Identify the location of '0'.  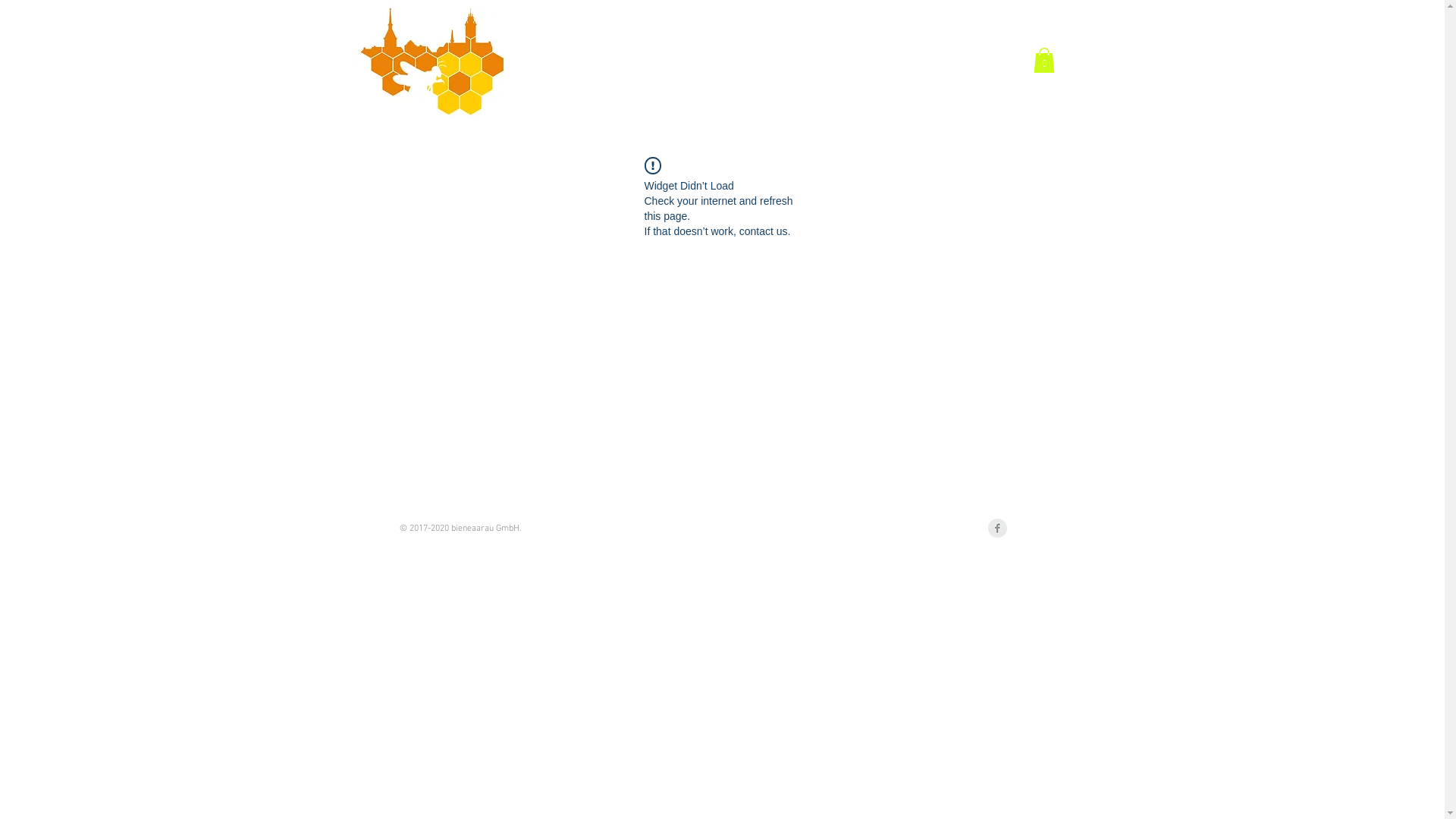
(1032, 59).